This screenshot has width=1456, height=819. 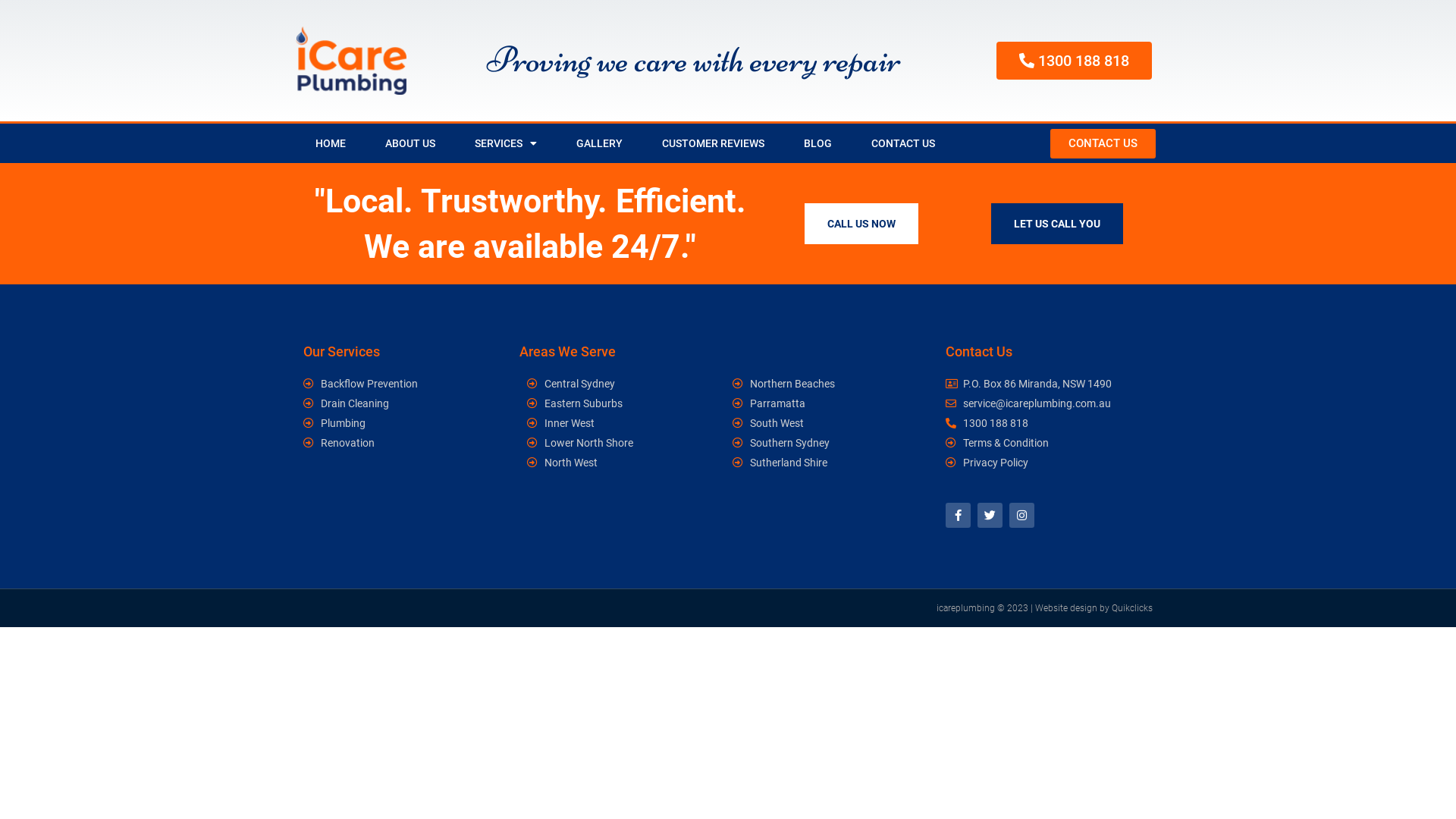 I want to click on 'ABOUT US', so click(x=365, y=143).